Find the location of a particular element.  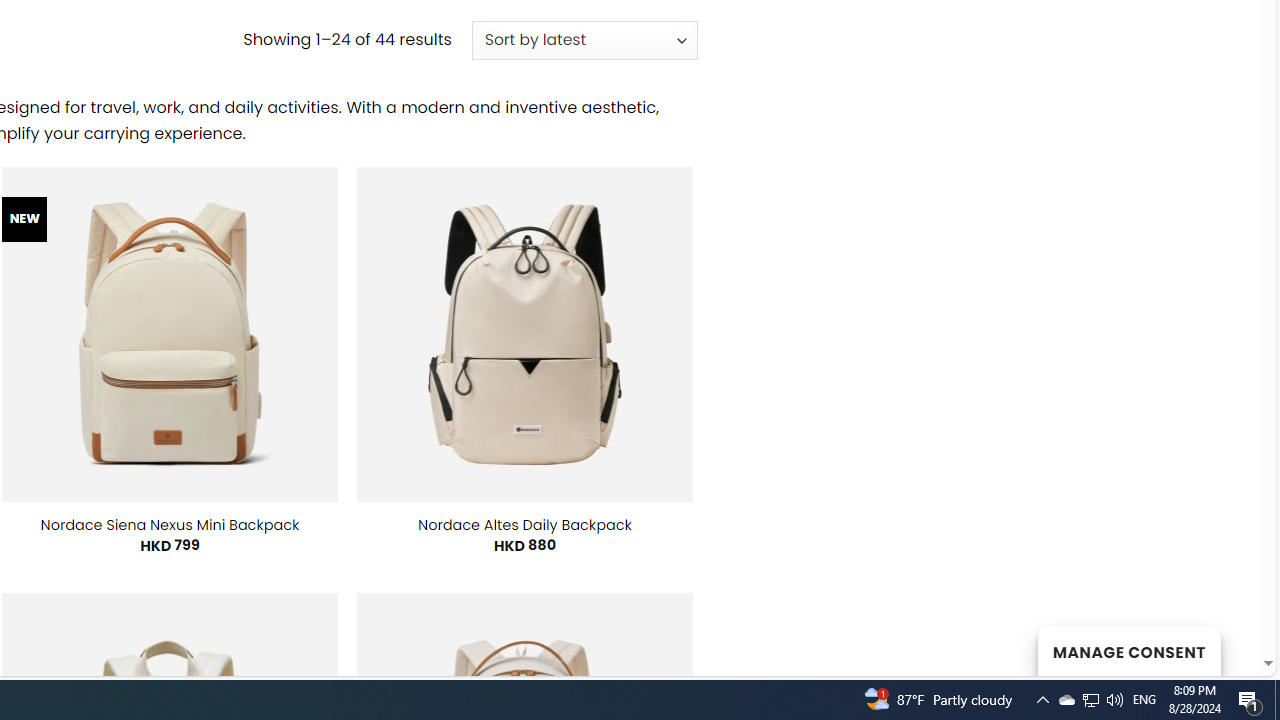

'Shop order' is located at coordinates (583, 41).